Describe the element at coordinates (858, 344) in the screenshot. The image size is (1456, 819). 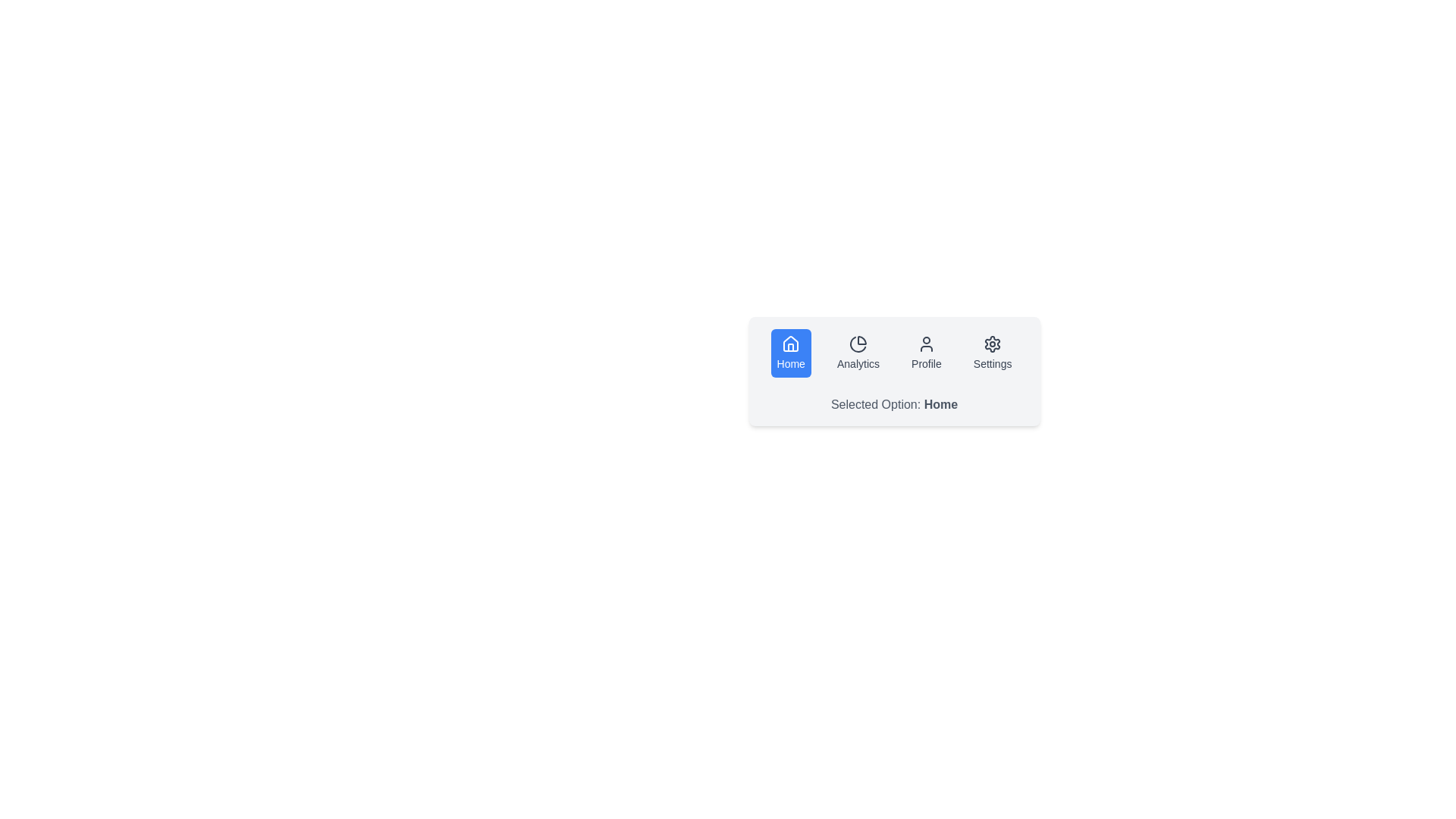
I see `the pie chart icon located above the 'Analytics' label, which is visually represented as a circular icon divided into two segments` at that location.